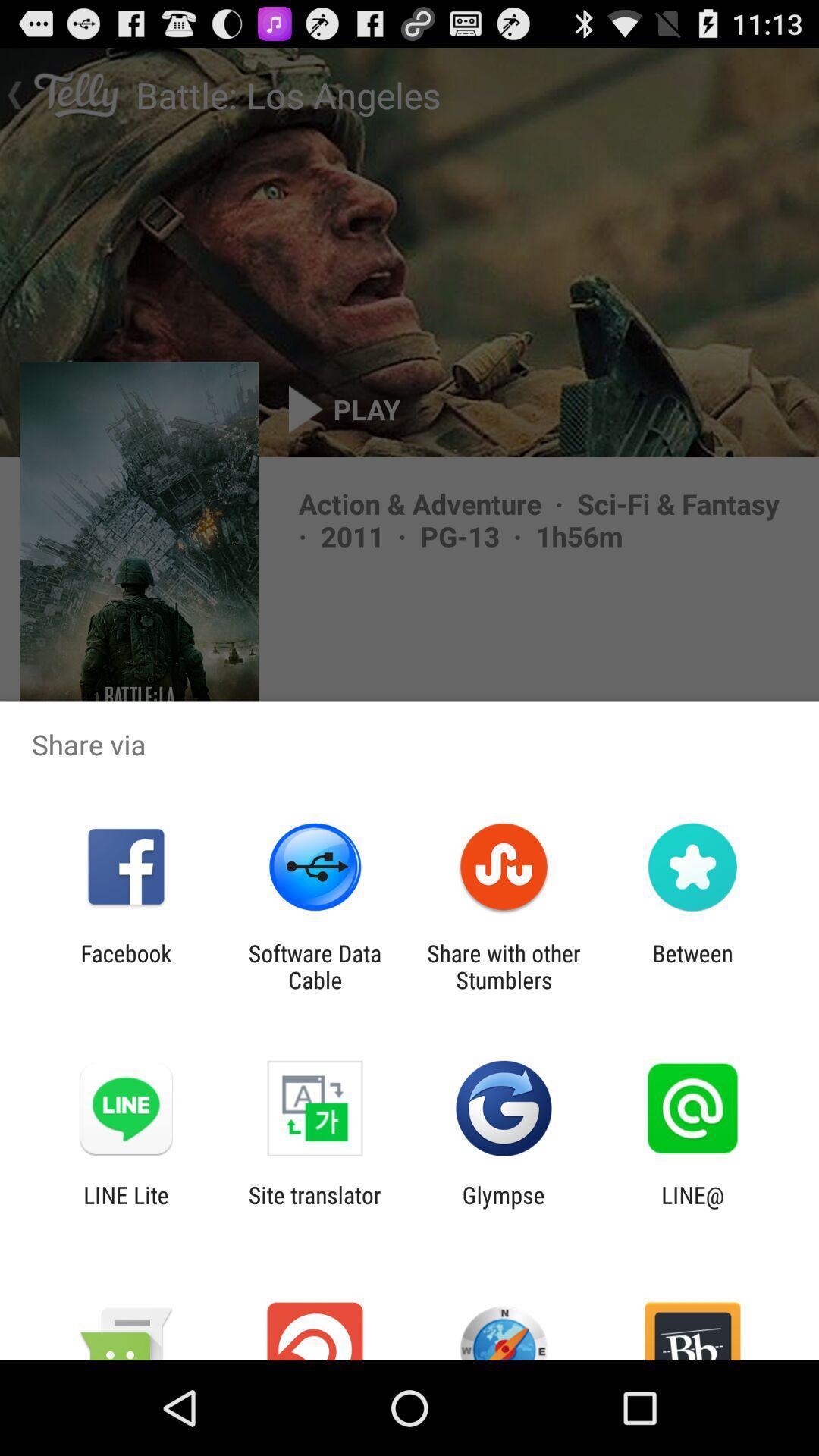 This screenshot has height=1456, width=819. What do you see at coordinates (314, 1207) in the screenshot?
I see `the icon to the left of glympse app` at bounding box center [314, 1207].